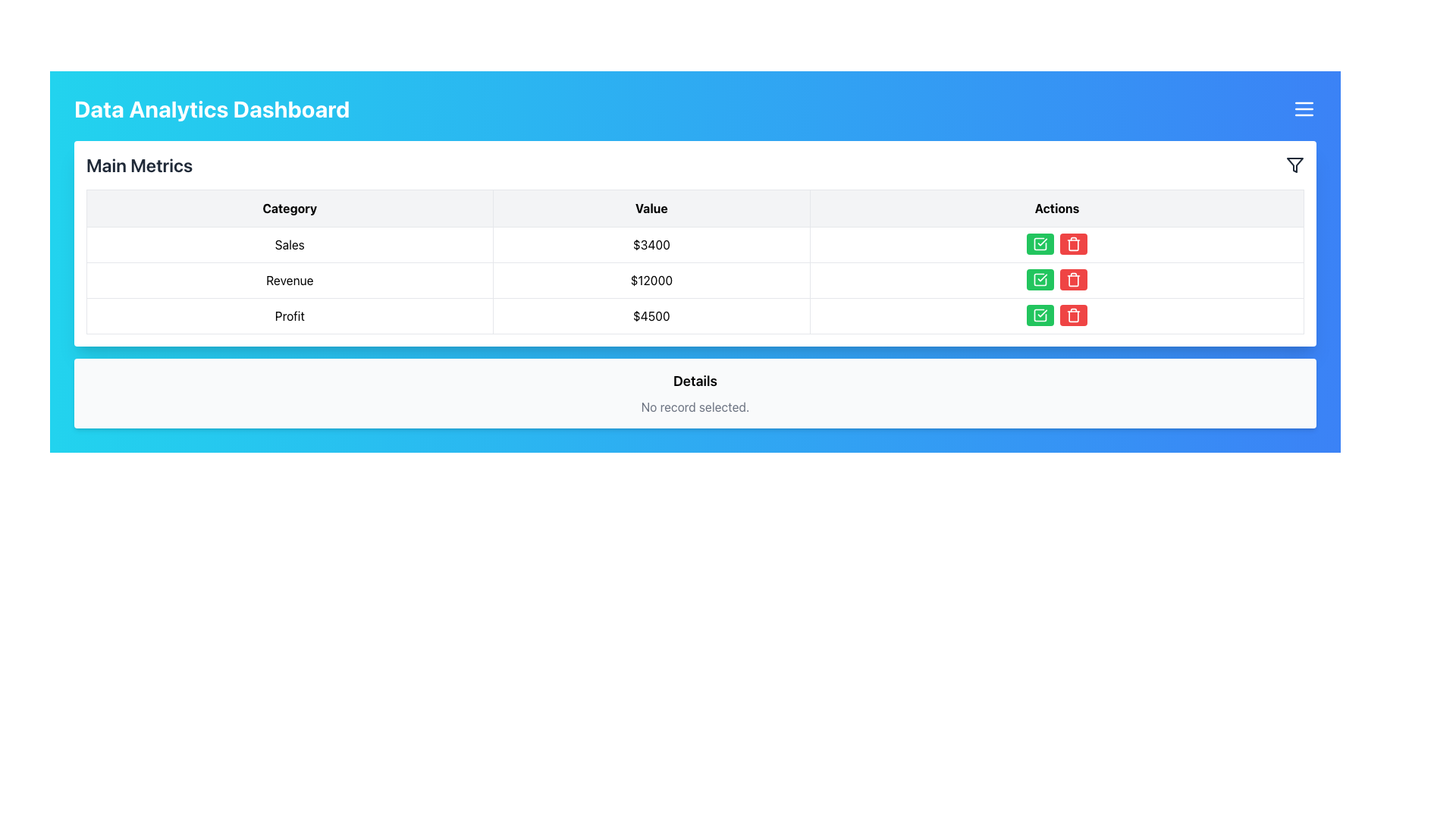 The width and height of the screenshot is (1456, 819). I want to click on the 'Validate' button with a green background and white text, located in the 'Actions' column of the second row in the main table, so click(1040, 280).